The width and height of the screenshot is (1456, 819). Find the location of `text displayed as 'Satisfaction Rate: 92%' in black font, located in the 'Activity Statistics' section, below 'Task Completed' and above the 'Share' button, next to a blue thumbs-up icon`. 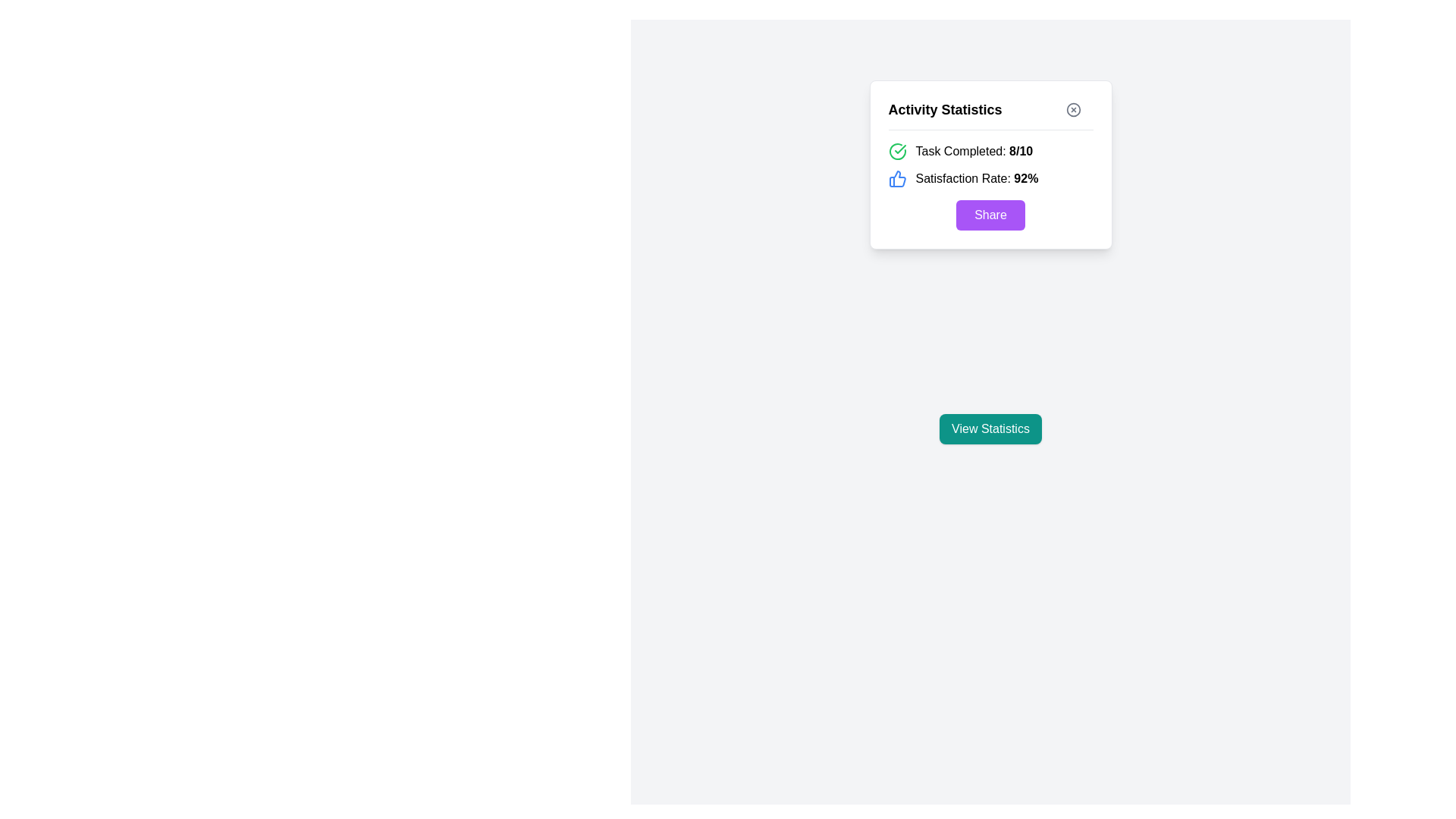

text displayed as 'Satisfaction Rate: 92%' in black font, located in the 'Activity Statistics' section, below 'Task Completed' and above the 'Share' button, next to a blue thumbs-up icon is located at coordinates (977, 177).